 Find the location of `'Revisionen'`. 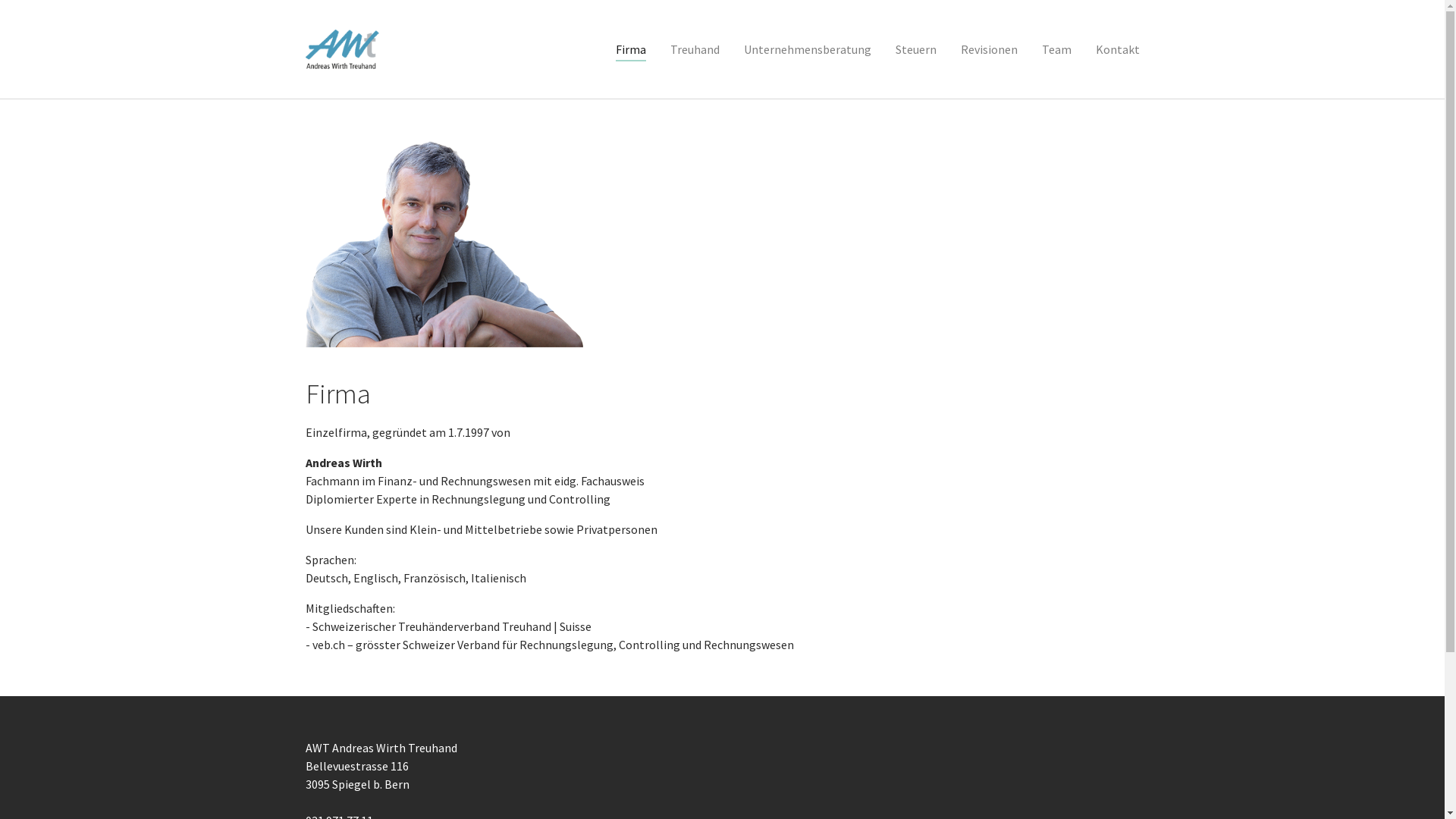

'Revisionen' is located at coordinates (988, 49).